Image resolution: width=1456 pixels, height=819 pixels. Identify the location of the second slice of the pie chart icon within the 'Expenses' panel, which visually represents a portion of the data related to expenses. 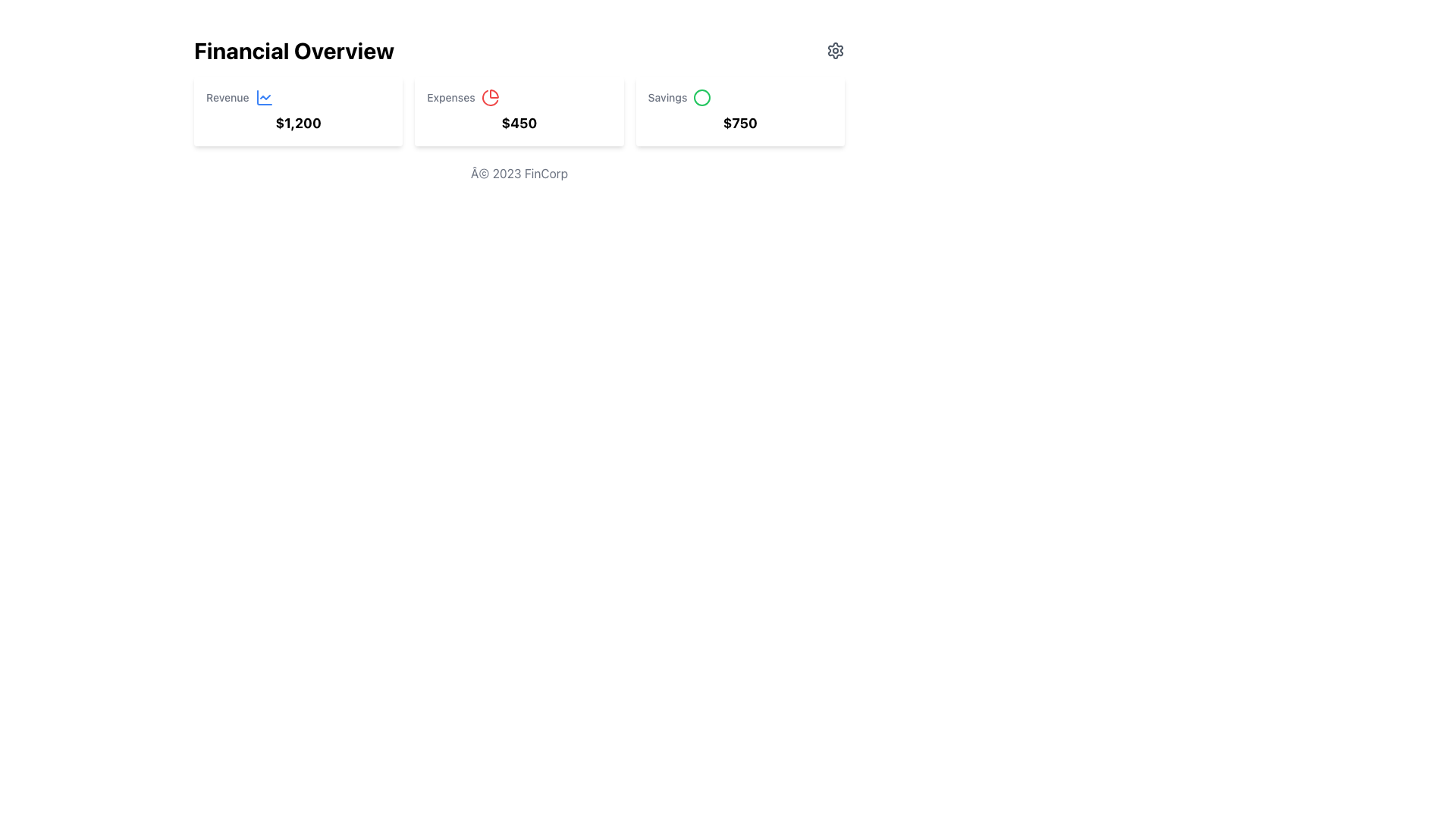
(490, 98).